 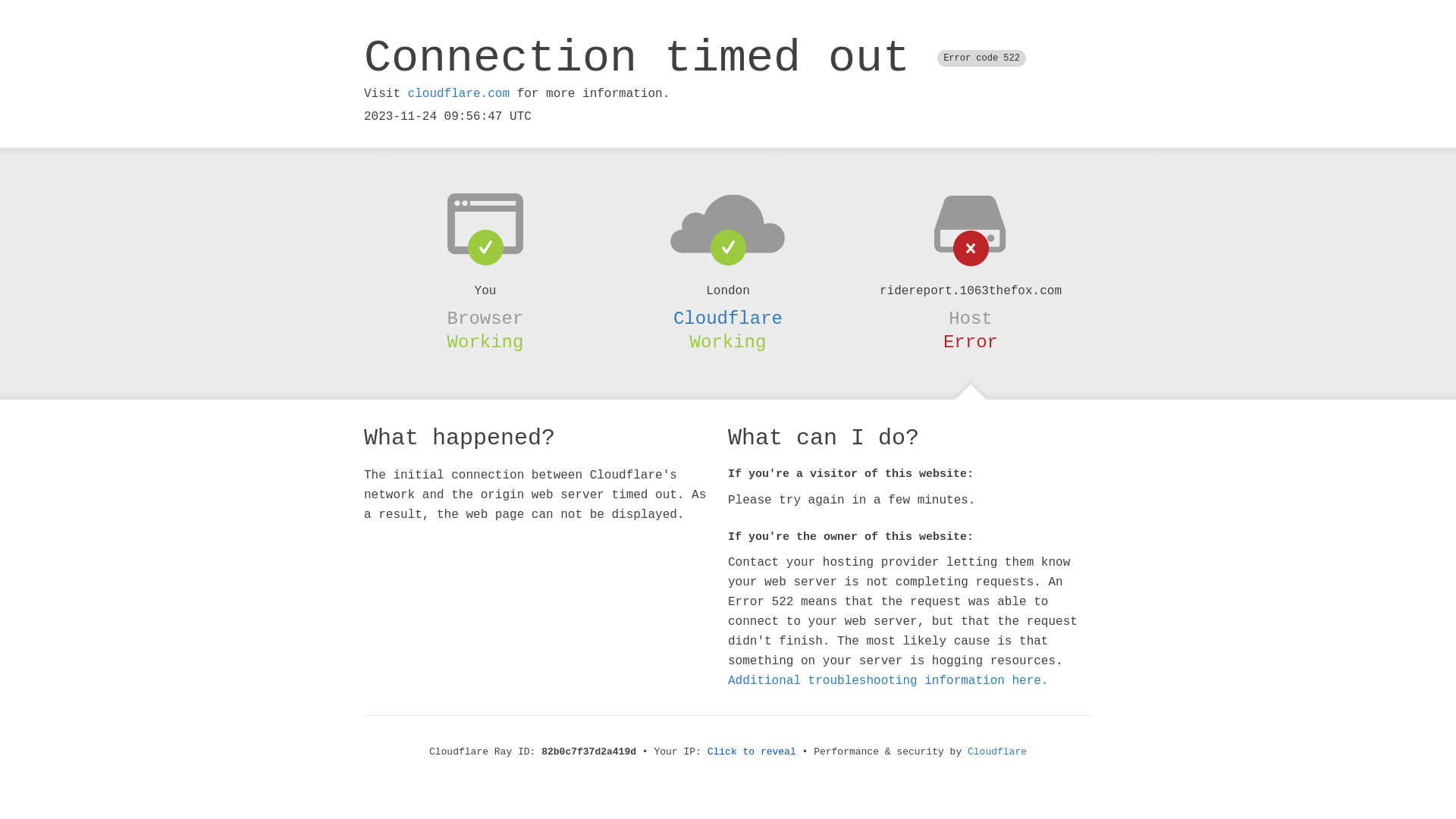 I want to click on 'Cloudflare', so click(x=728, y=318).